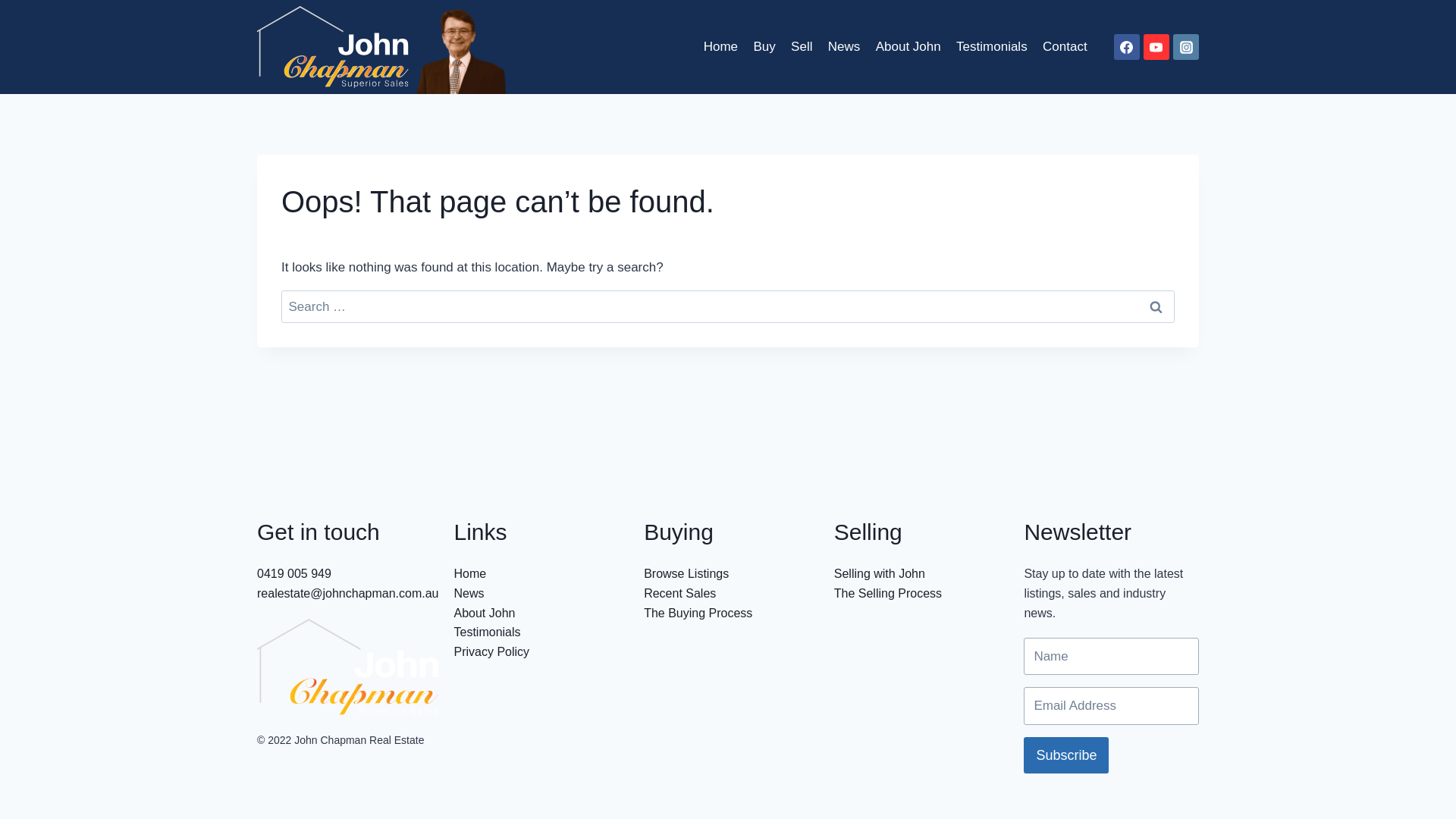 Image resolution: width=1456 pixels, height=819 pixels. Describe the element at coordinates (1064, 45) in the screenshot. I see `'Contact'` at that location.